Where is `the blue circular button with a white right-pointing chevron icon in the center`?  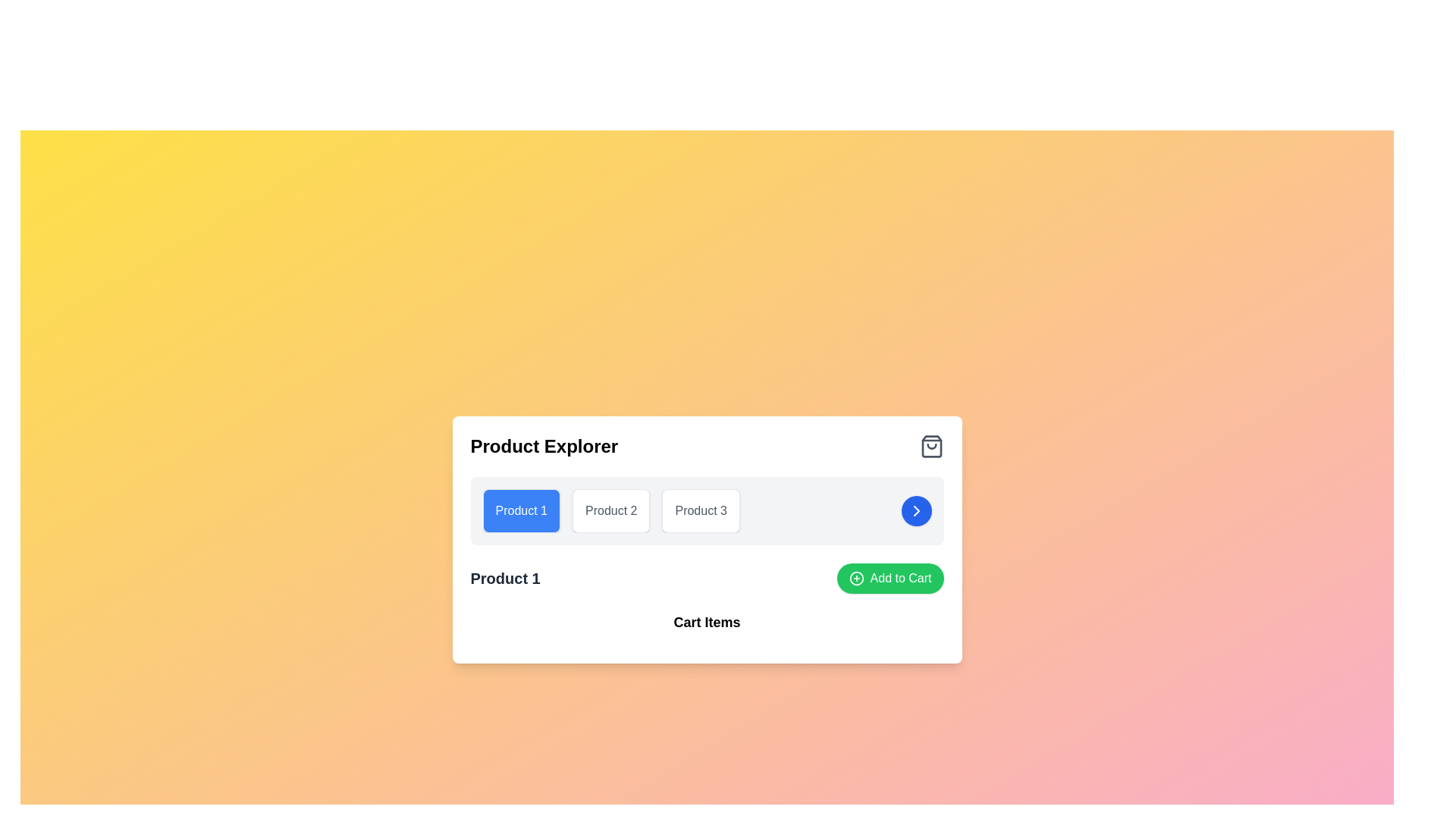
the blue circular button with a white right-pointing chevron icon in the center is located at coordinates (915, 511).